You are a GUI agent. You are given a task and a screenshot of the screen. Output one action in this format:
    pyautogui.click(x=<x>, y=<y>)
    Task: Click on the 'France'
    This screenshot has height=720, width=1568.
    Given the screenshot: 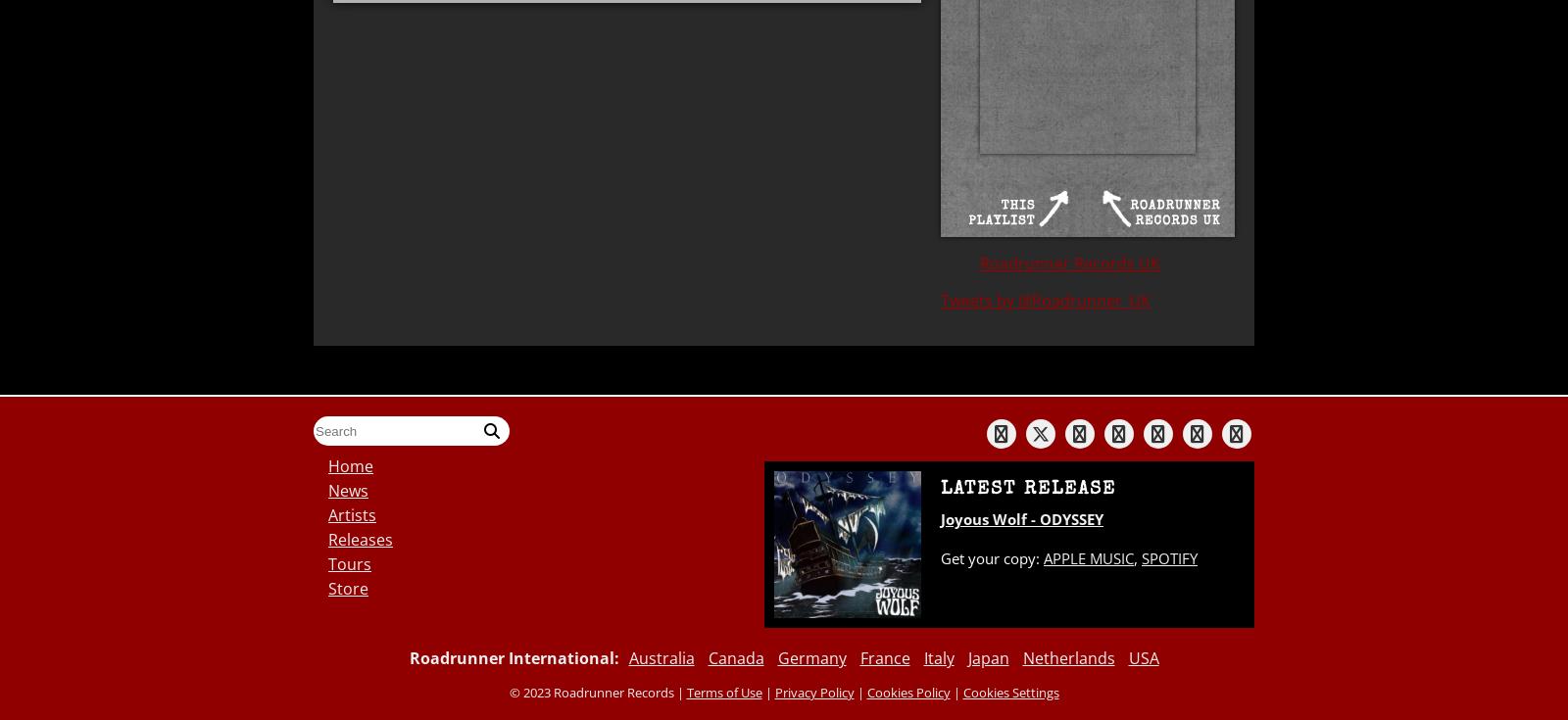 What is the action you would take?
    pyautogui.click(x=883, y=657)
    